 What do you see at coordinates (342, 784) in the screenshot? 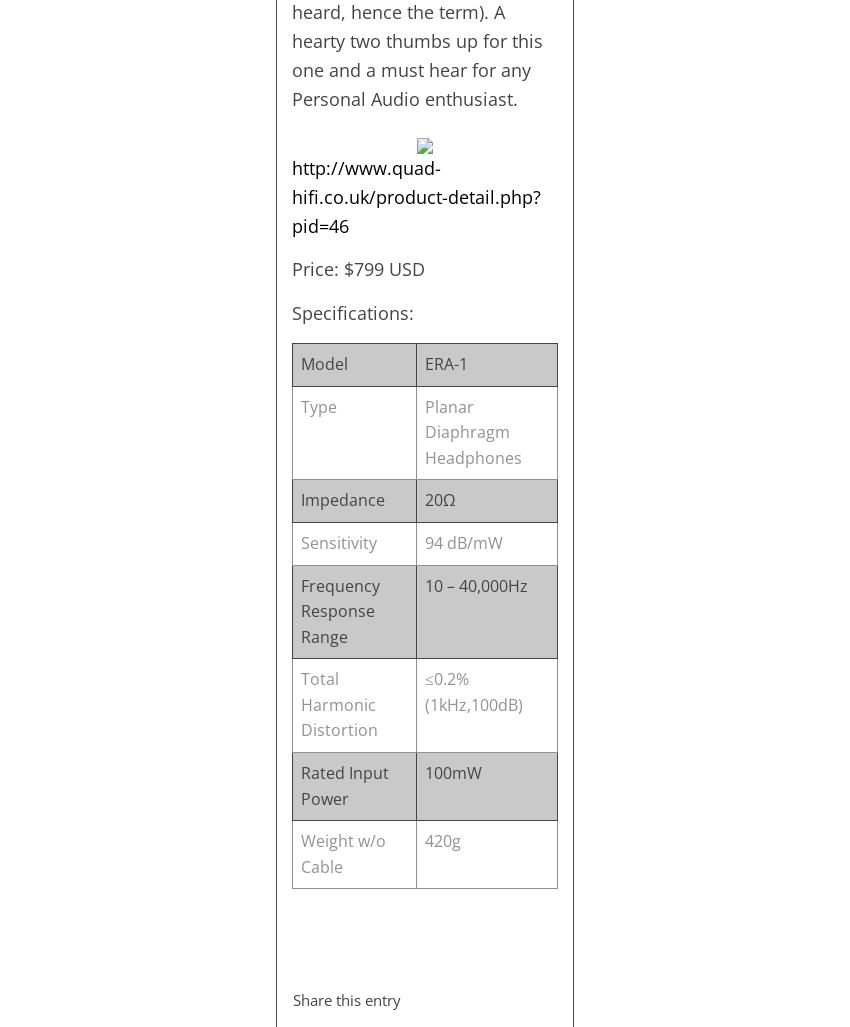
I see `'Rated Input Power'` at bounding box center [342, 784].